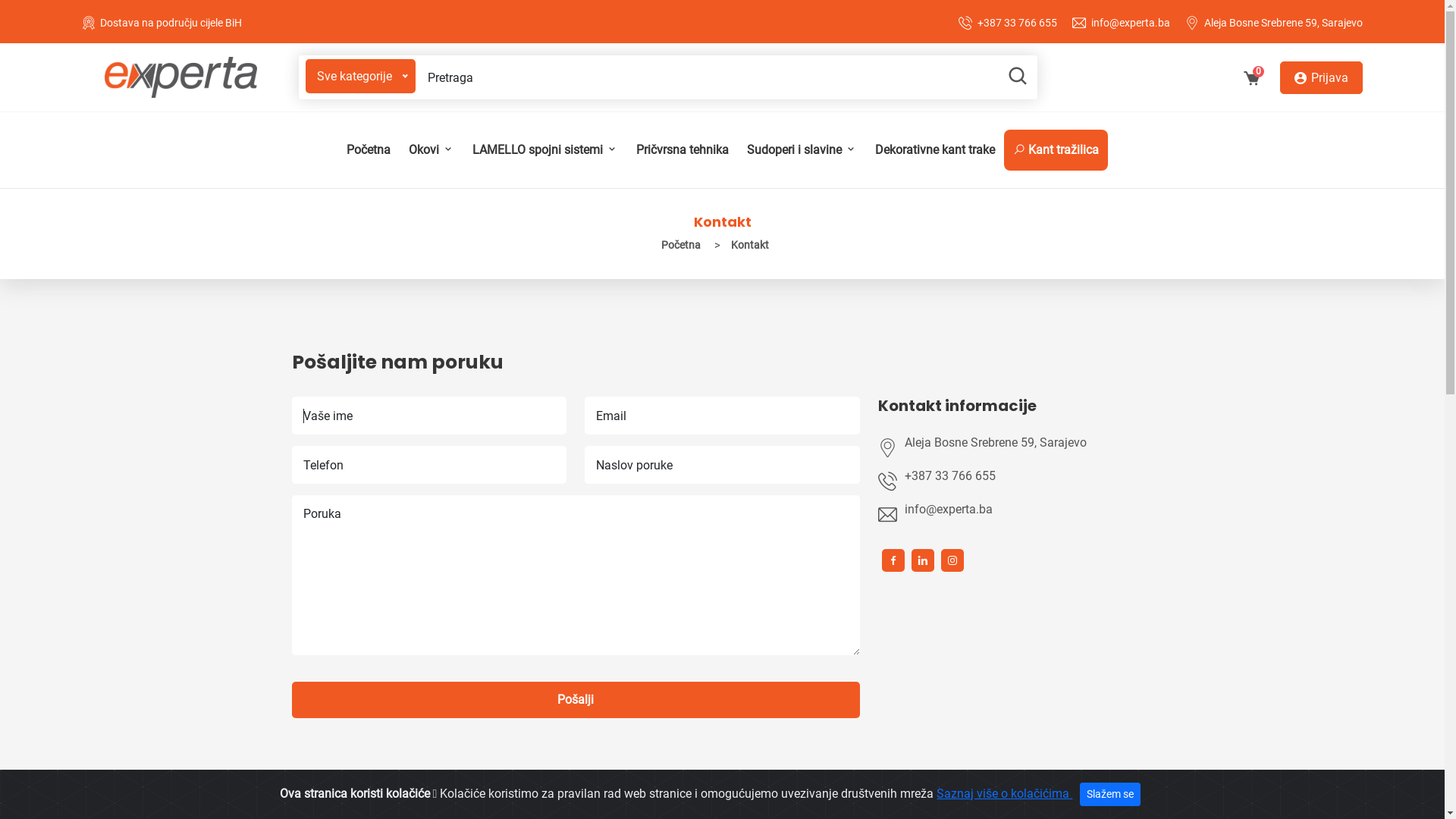  Describe the element at coordinates (1029, 442) in the screenshot. I see `'Aleja Bosne Srebrene 59, Sarajevo'` at that location.